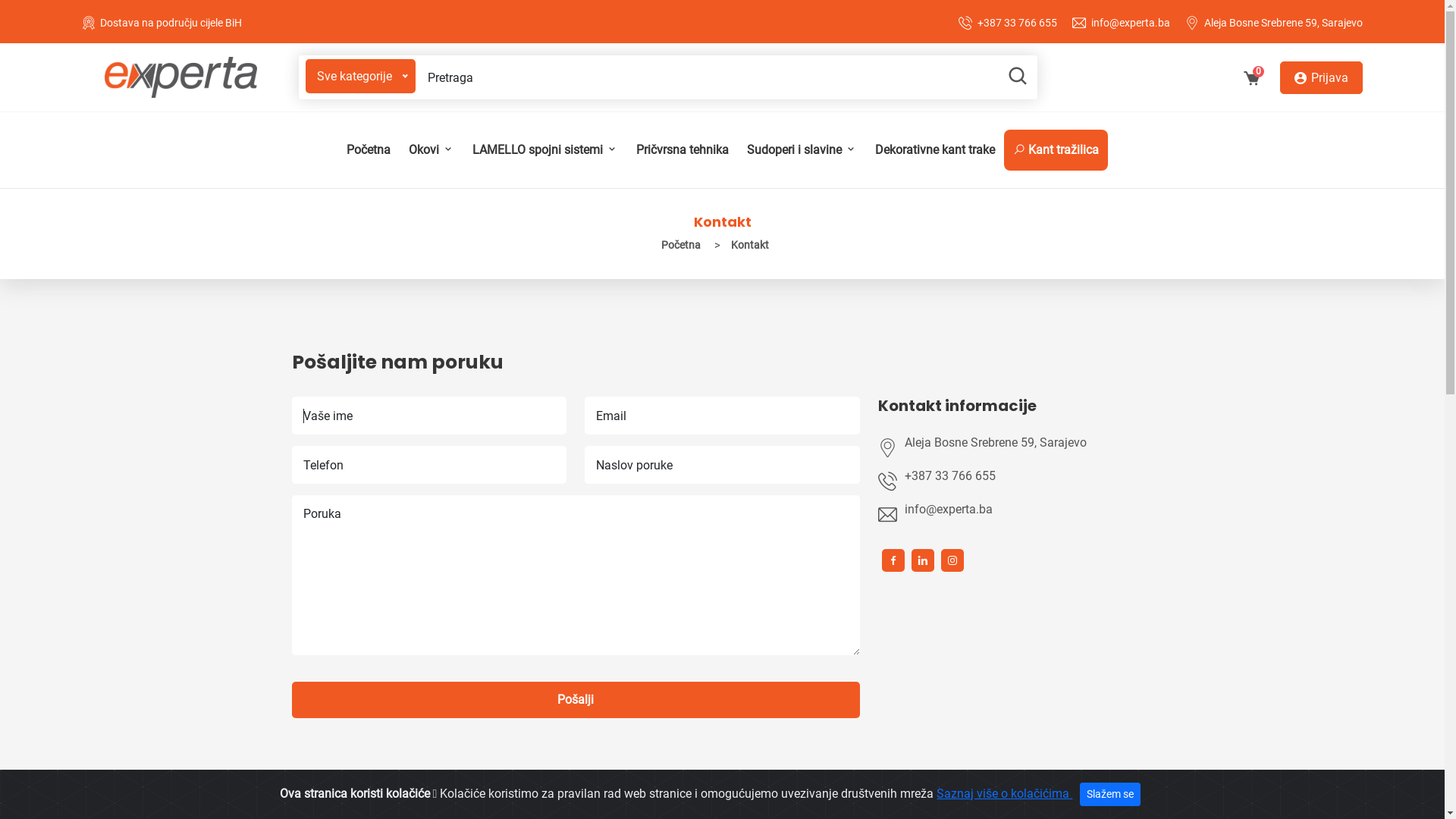  Describe the element at coordinates (1029, 442) in the screenshot. I see `'Aleja Bosne Srebrene 59, Sarajevo'` at that location.